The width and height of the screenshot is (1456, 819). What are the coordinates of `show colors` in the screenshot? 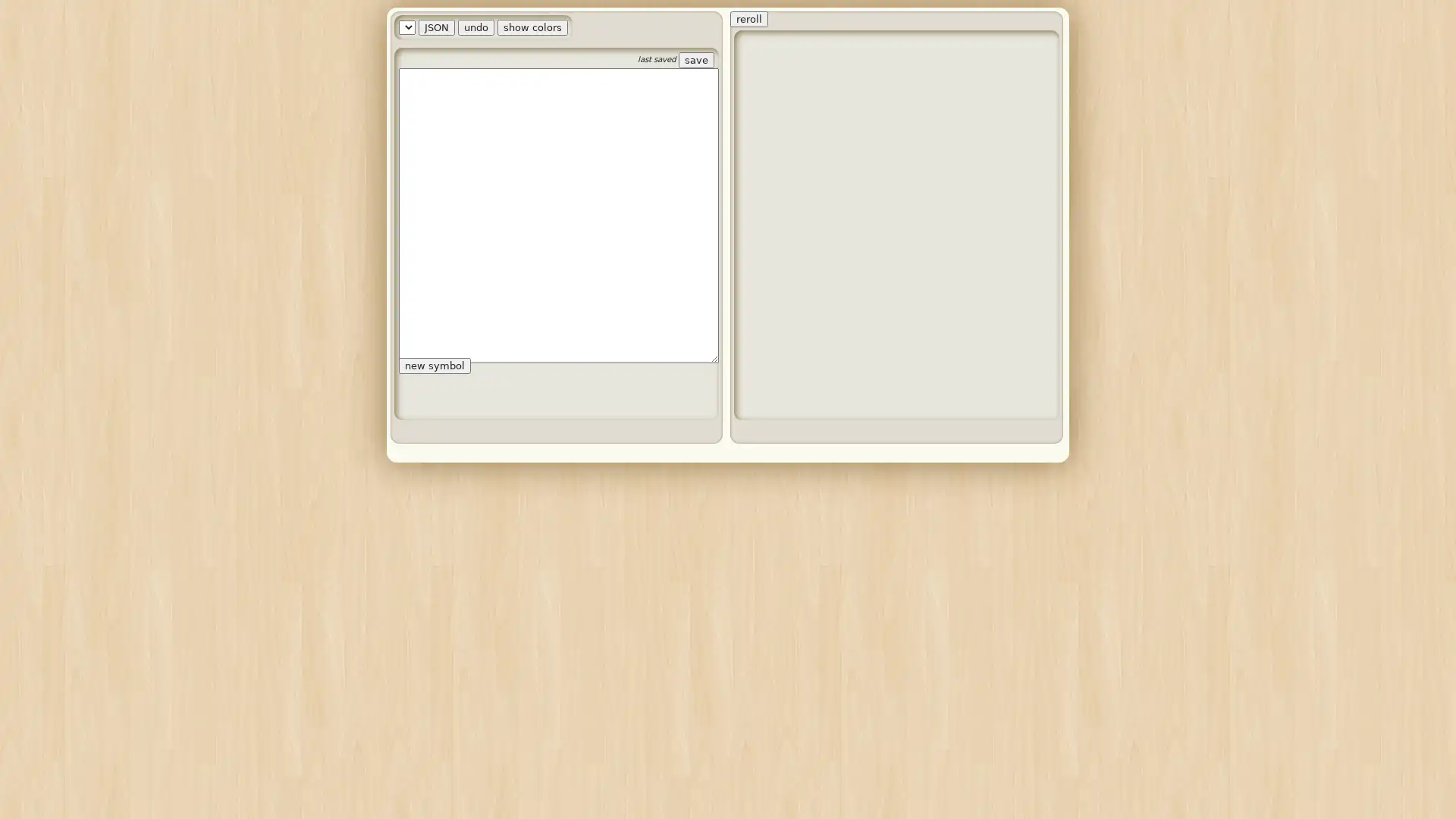 It's located at (601, 27).